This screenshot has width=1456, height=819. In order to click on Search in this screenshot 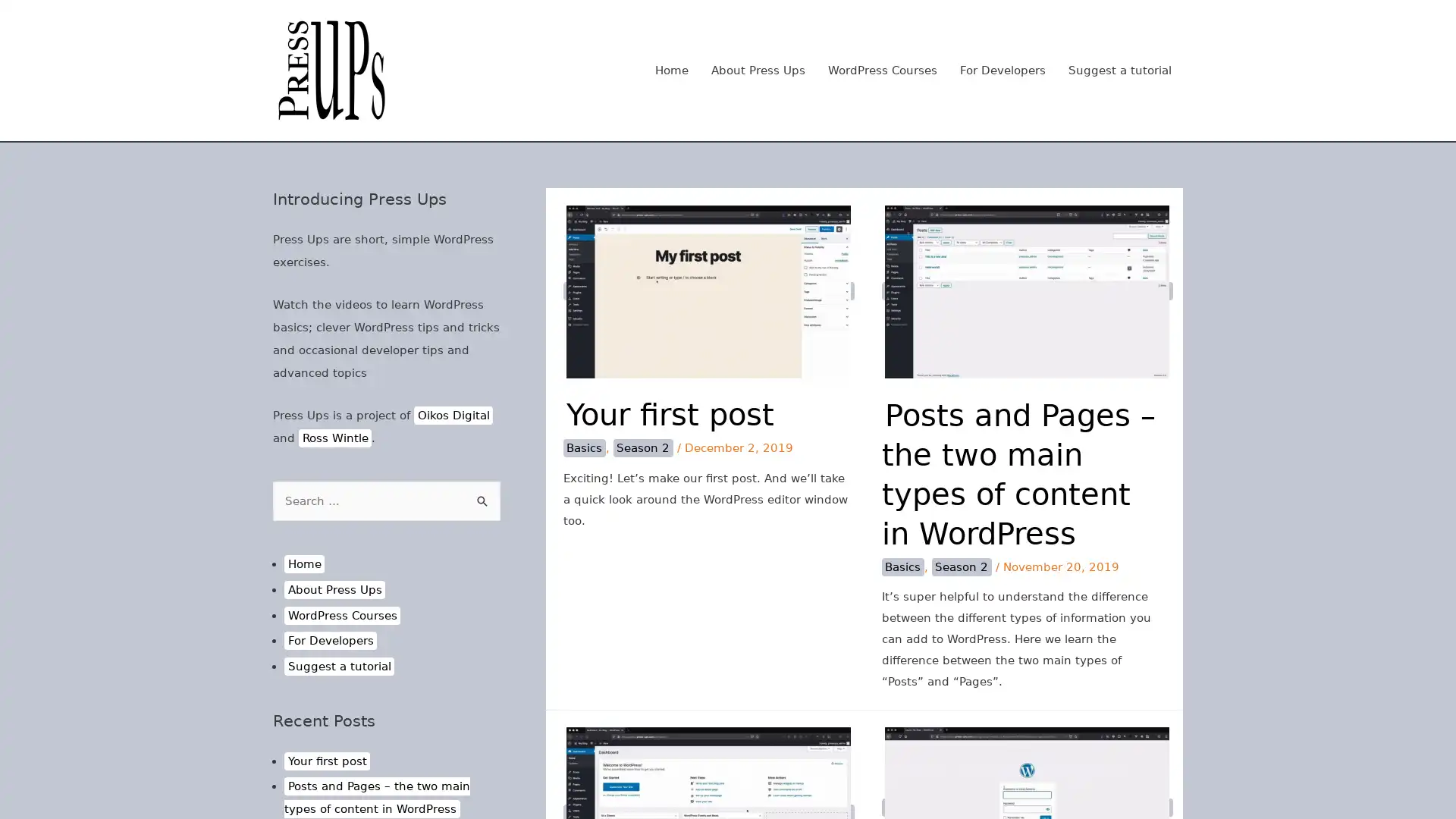, I will do `click(482, 501)`.